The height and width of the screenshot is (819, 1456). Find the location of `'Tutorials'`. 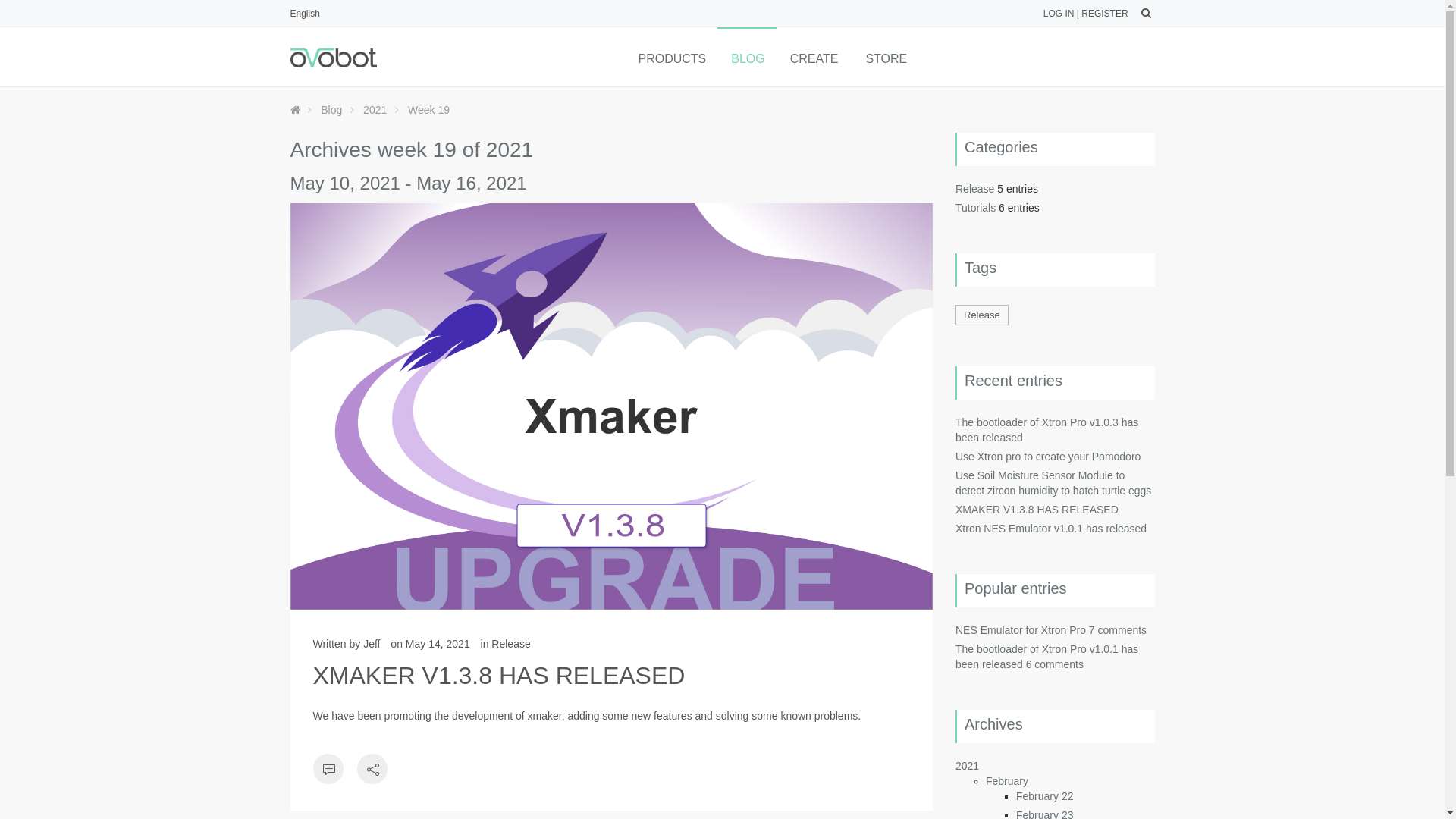

'Tutorials' is located at coordinates (975, 207).